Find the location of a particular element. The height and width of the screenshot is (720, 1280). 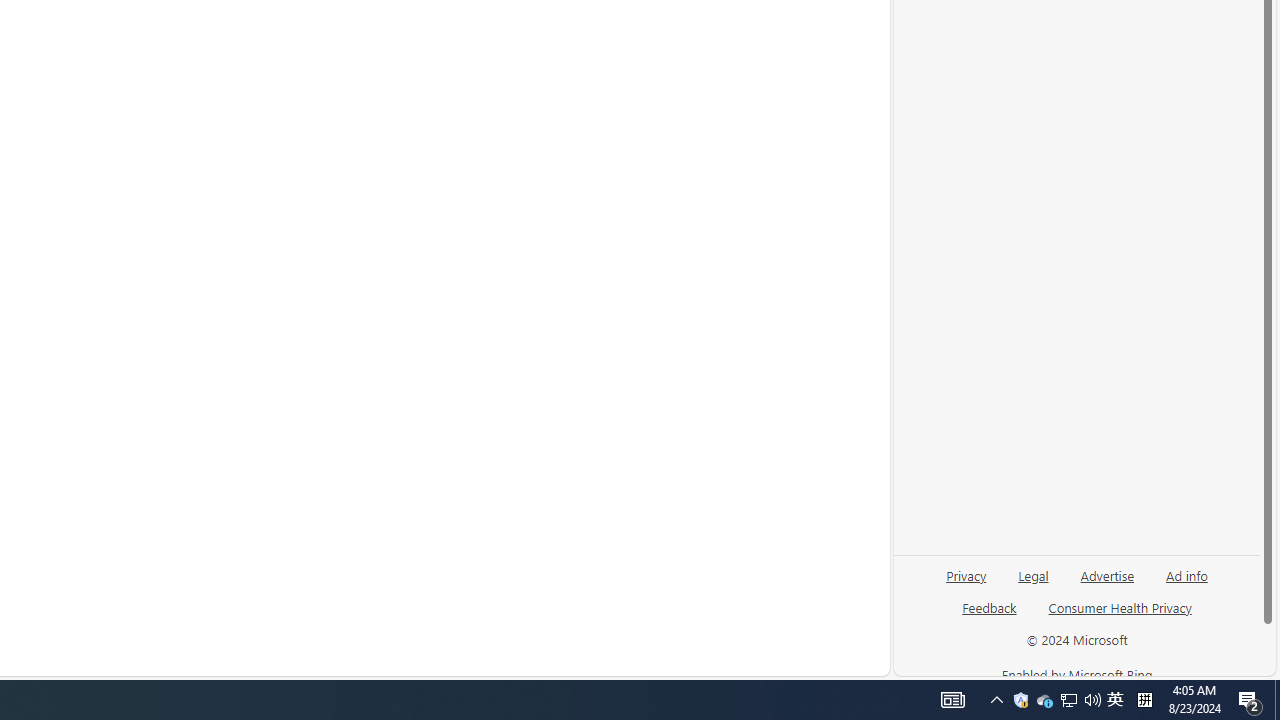

'Consumer Health Privacy' is located at coordinates (1120, 614).